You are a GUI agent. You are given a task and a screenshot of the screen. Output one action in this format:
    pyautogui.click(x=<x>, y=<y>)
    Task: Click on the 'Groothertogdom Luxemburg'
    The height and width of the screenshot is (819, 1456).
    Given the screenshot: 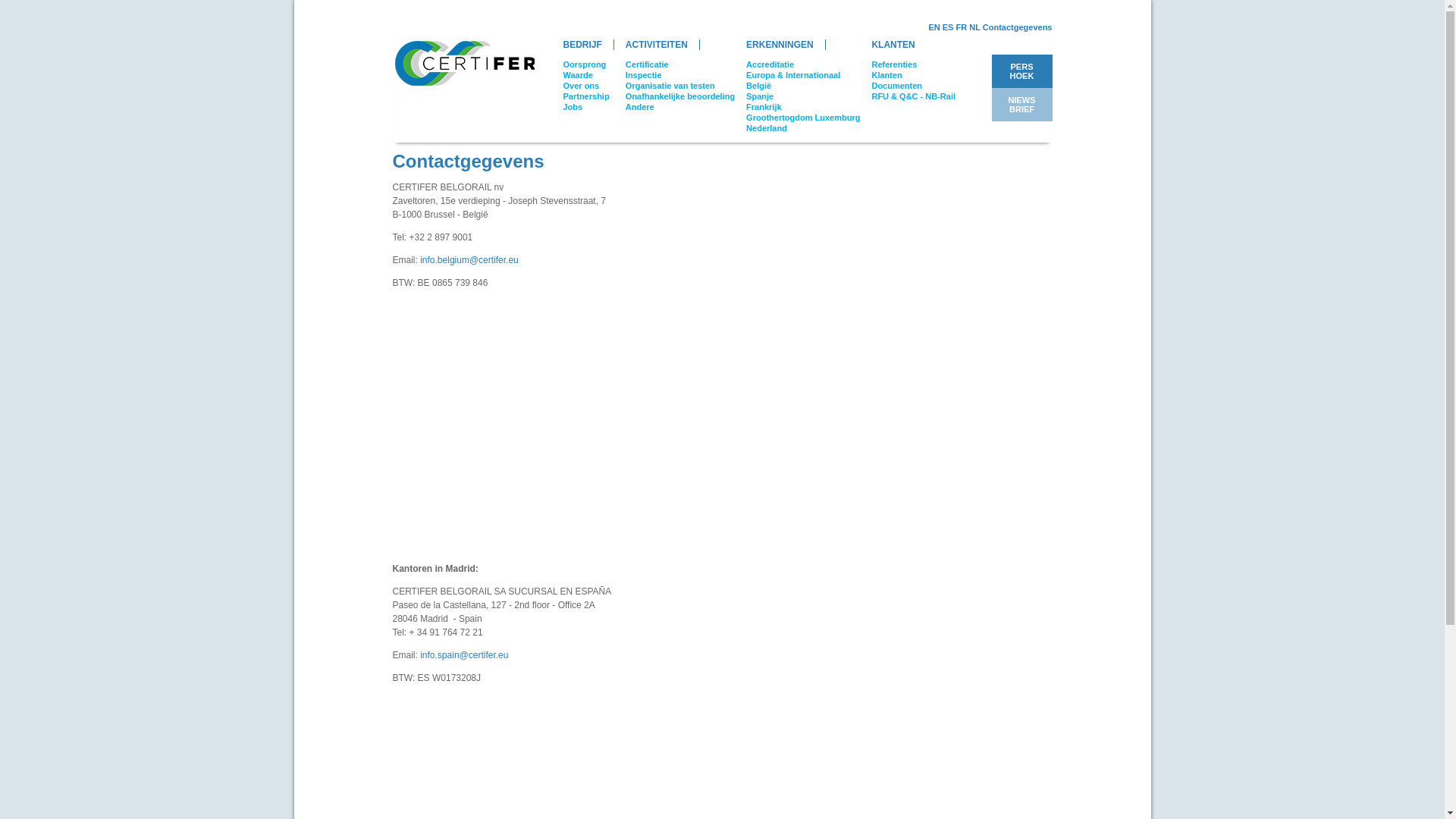 What is the action you would take?
    pyautogui.click(x=802, y=116)
    